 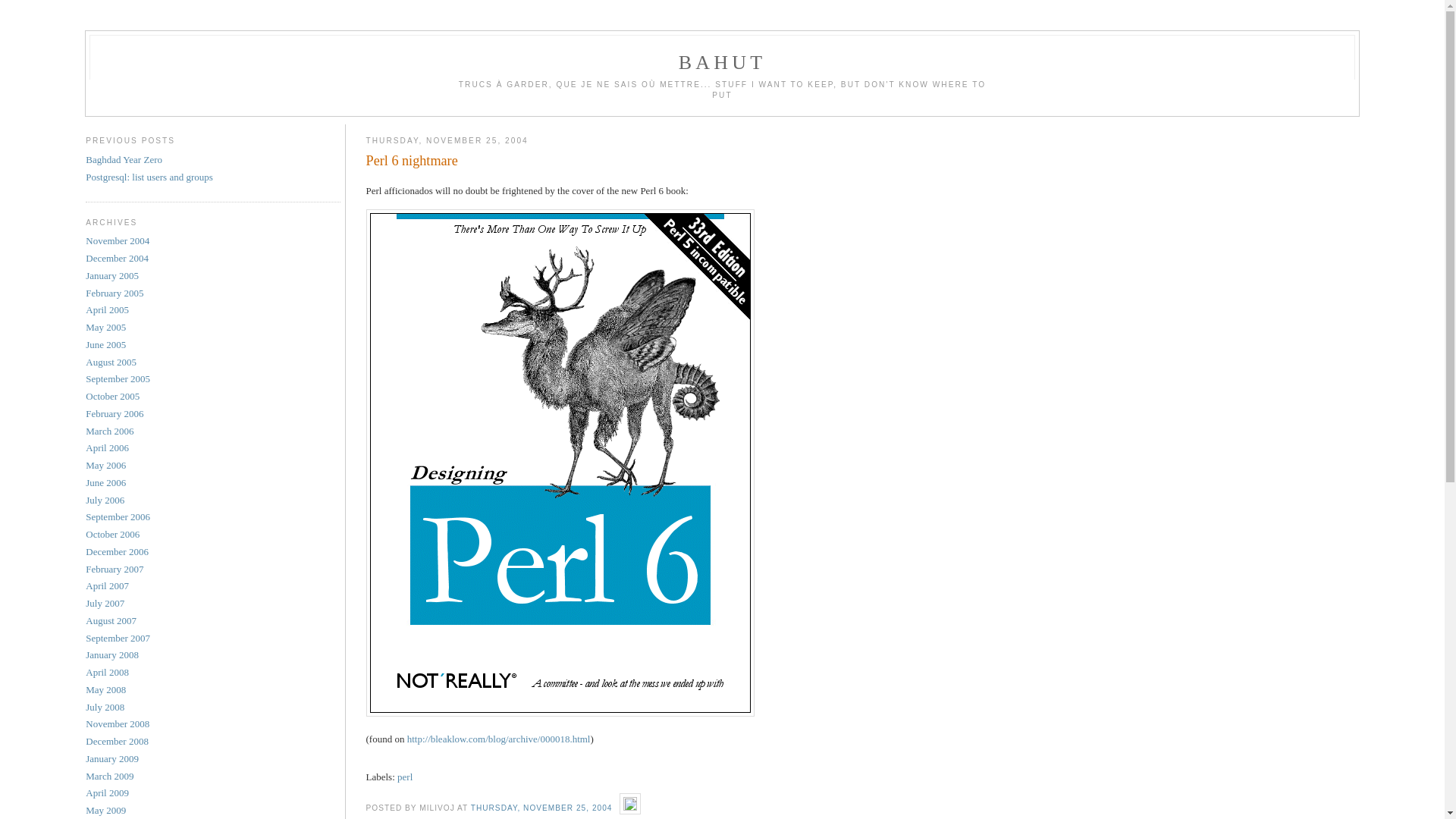 What do you see at coordinates (722, 61) in the screenshot?
I see `'BAHUT'` at bounding box center [722, 61].